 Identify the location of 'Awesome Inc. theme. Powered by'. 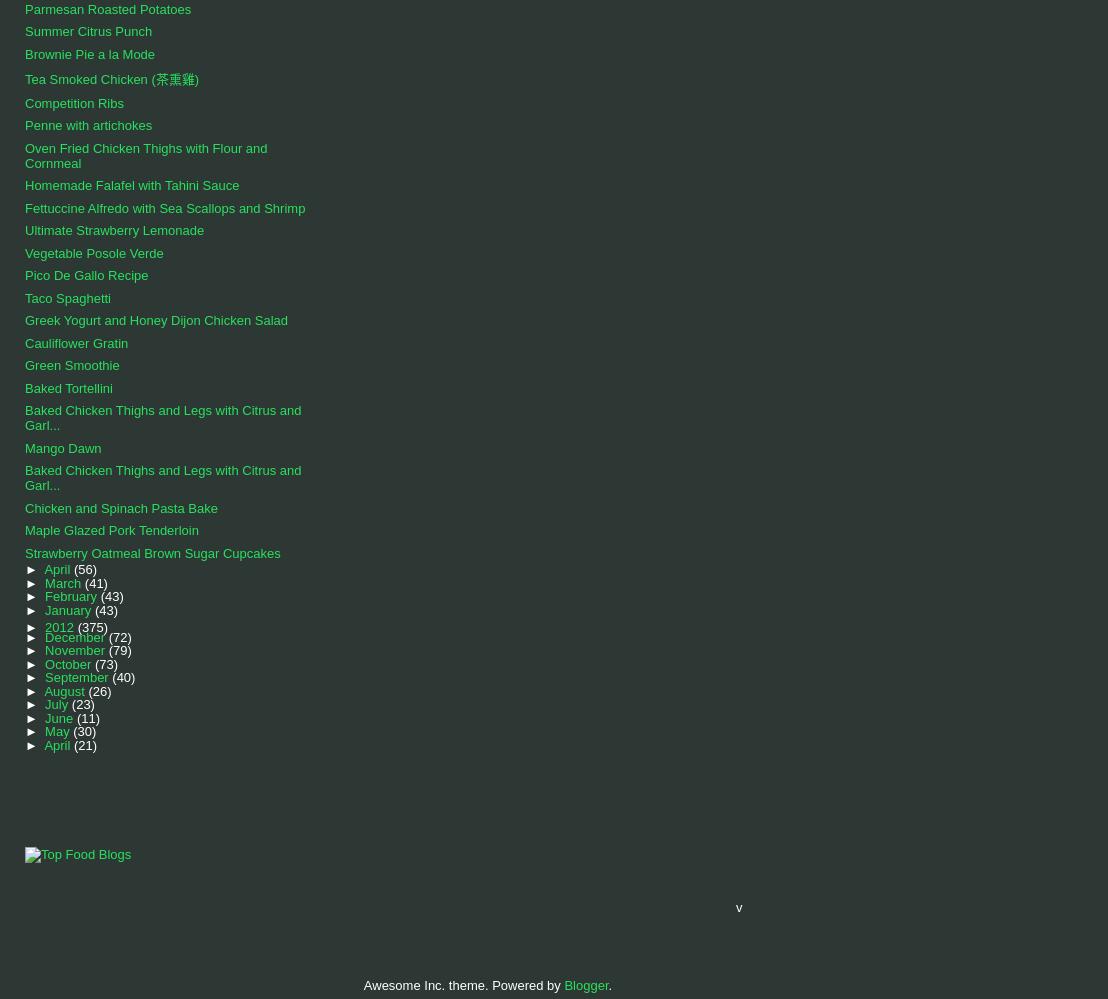
(361, 984).